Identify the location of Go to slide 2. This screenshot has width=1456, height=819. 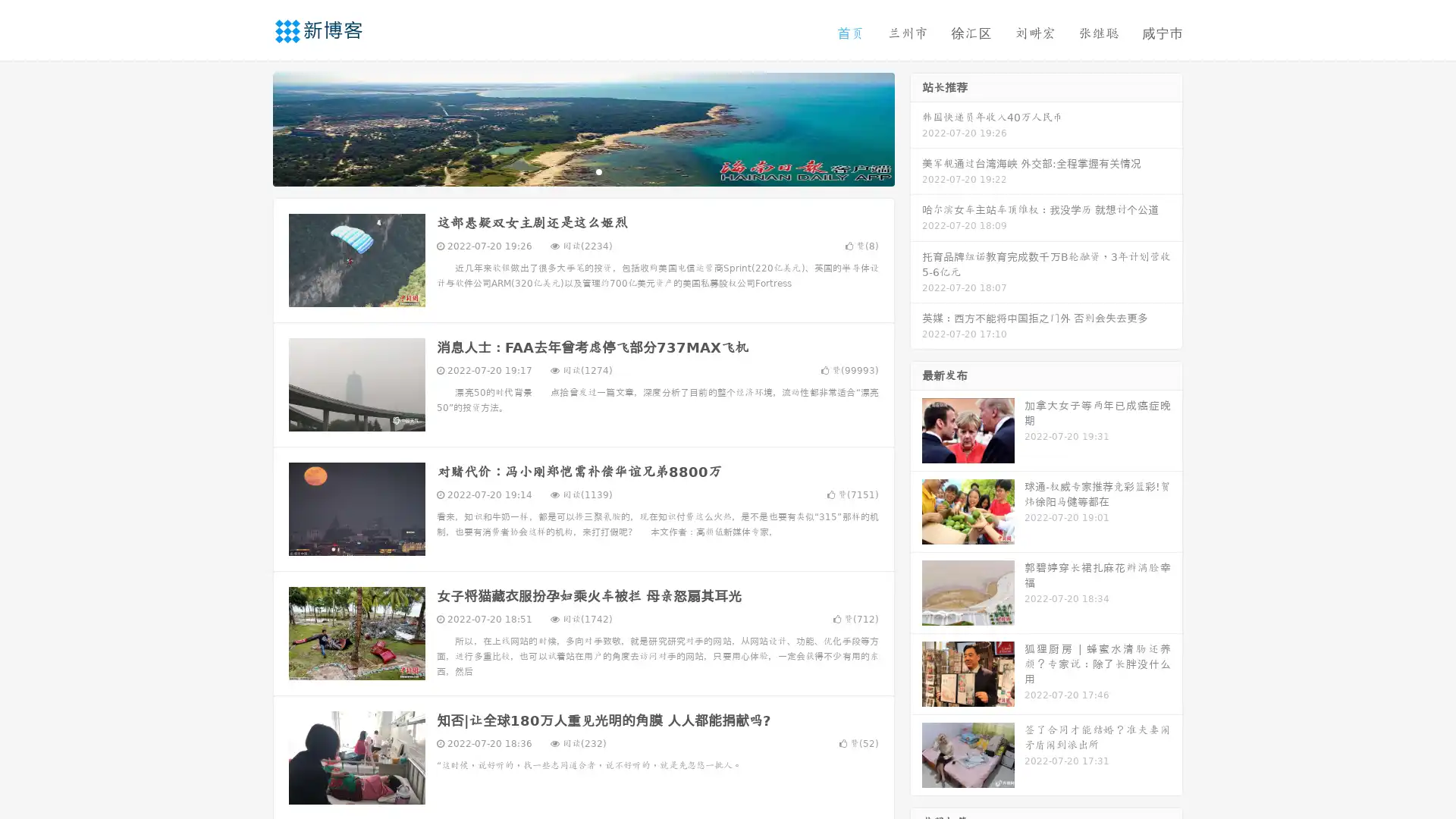
(582, 171).